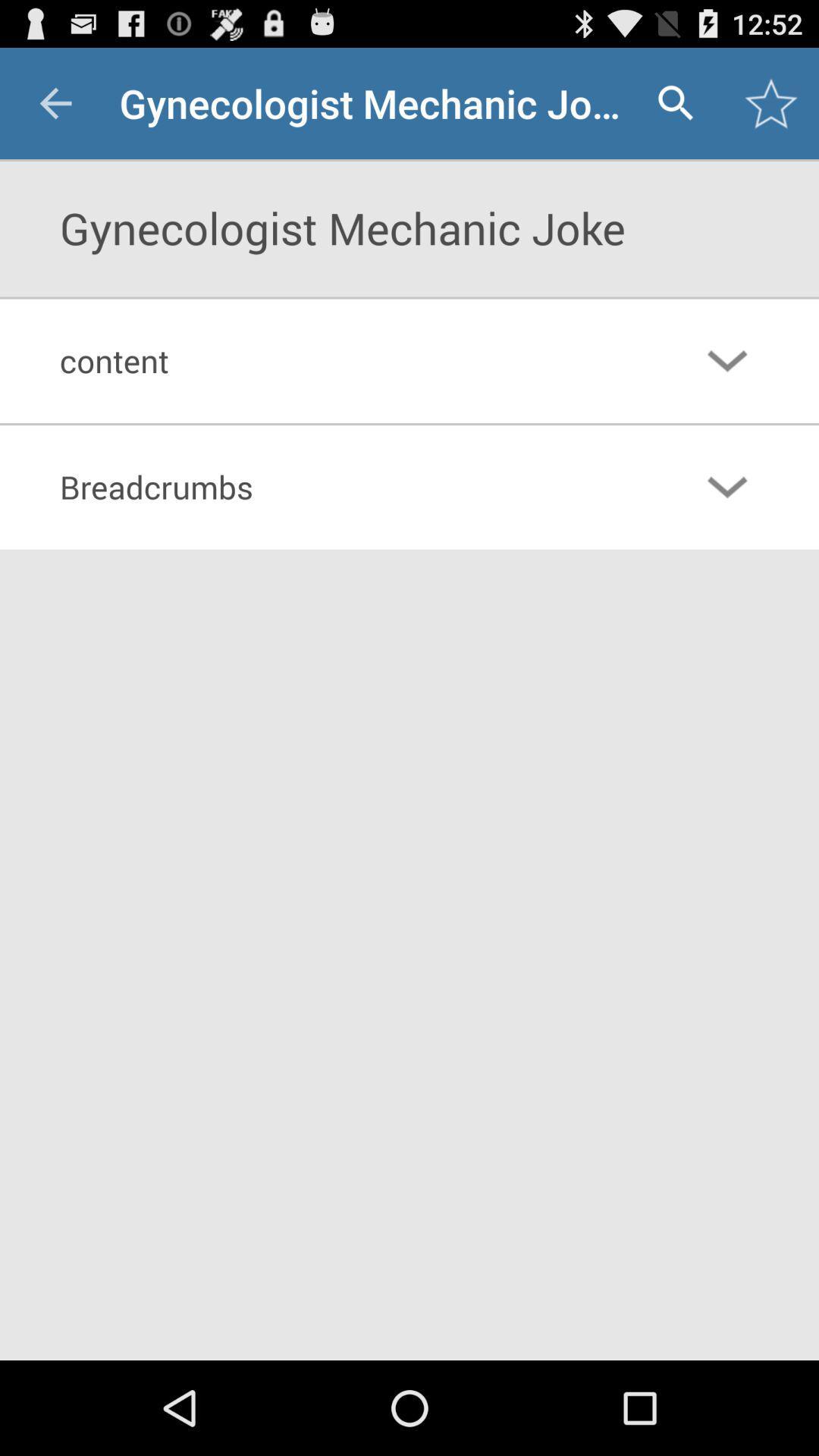  Describe the element at coordinates (347, 359) in the screenshot. I see `content icon` at that location.